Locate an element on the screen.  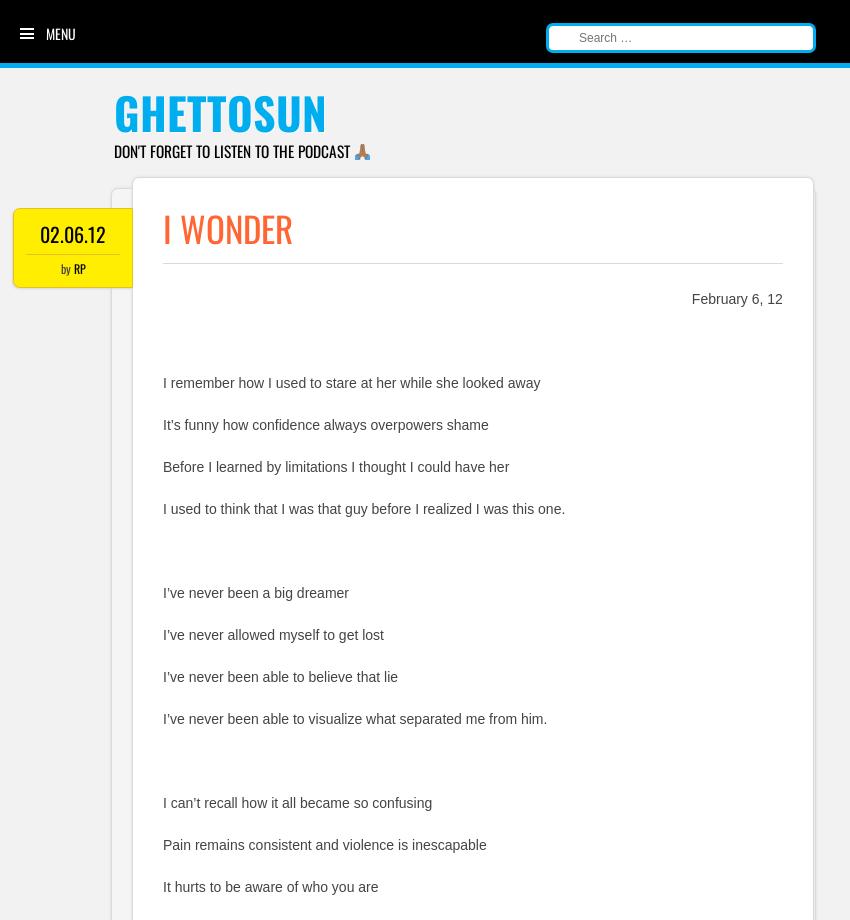
'I’ve never been able to visualize what separated me from him.' is located at coordinates (163, 718).